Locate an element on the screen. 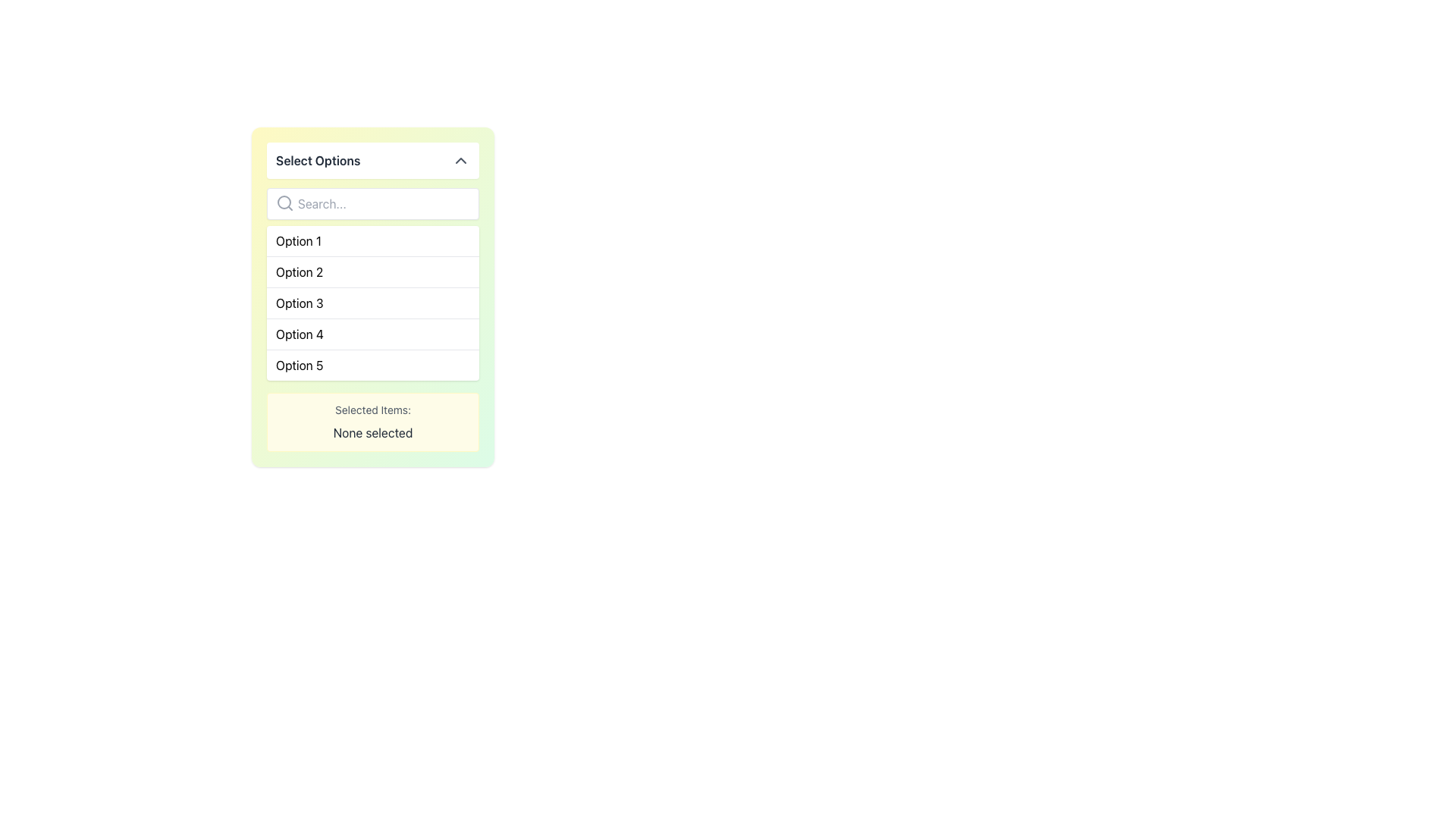 The height and width of the screenshot is (819, 1456). the chevron icon styled with a dark gray stroke that points upward, located at the top-right corner of the dropdown menu labeled 'Select Options' is located at coordinates (460, 161).